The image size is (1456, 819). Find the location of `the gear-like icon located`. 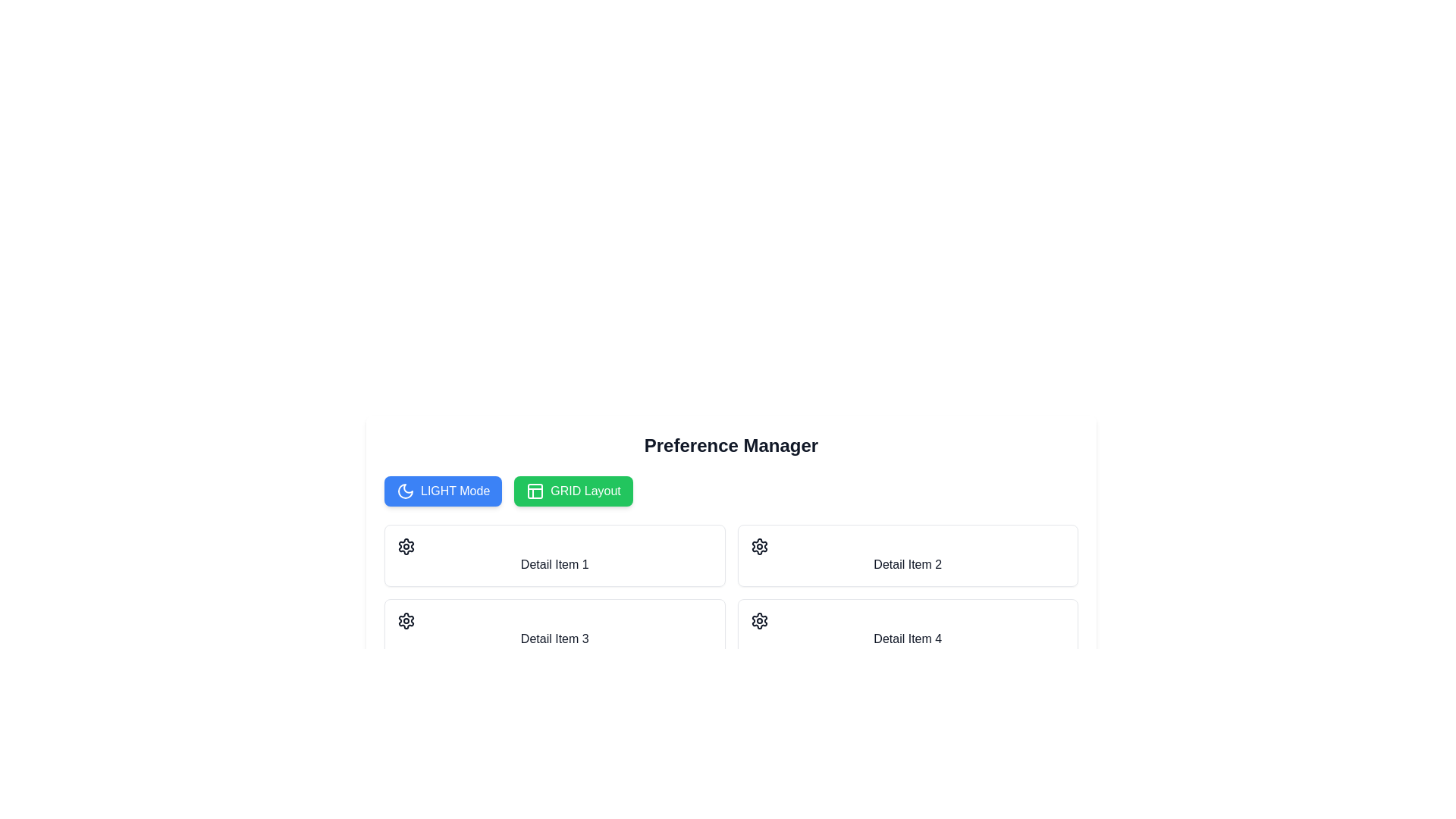

the gear-like icon located is located at coordinates (759, 620).